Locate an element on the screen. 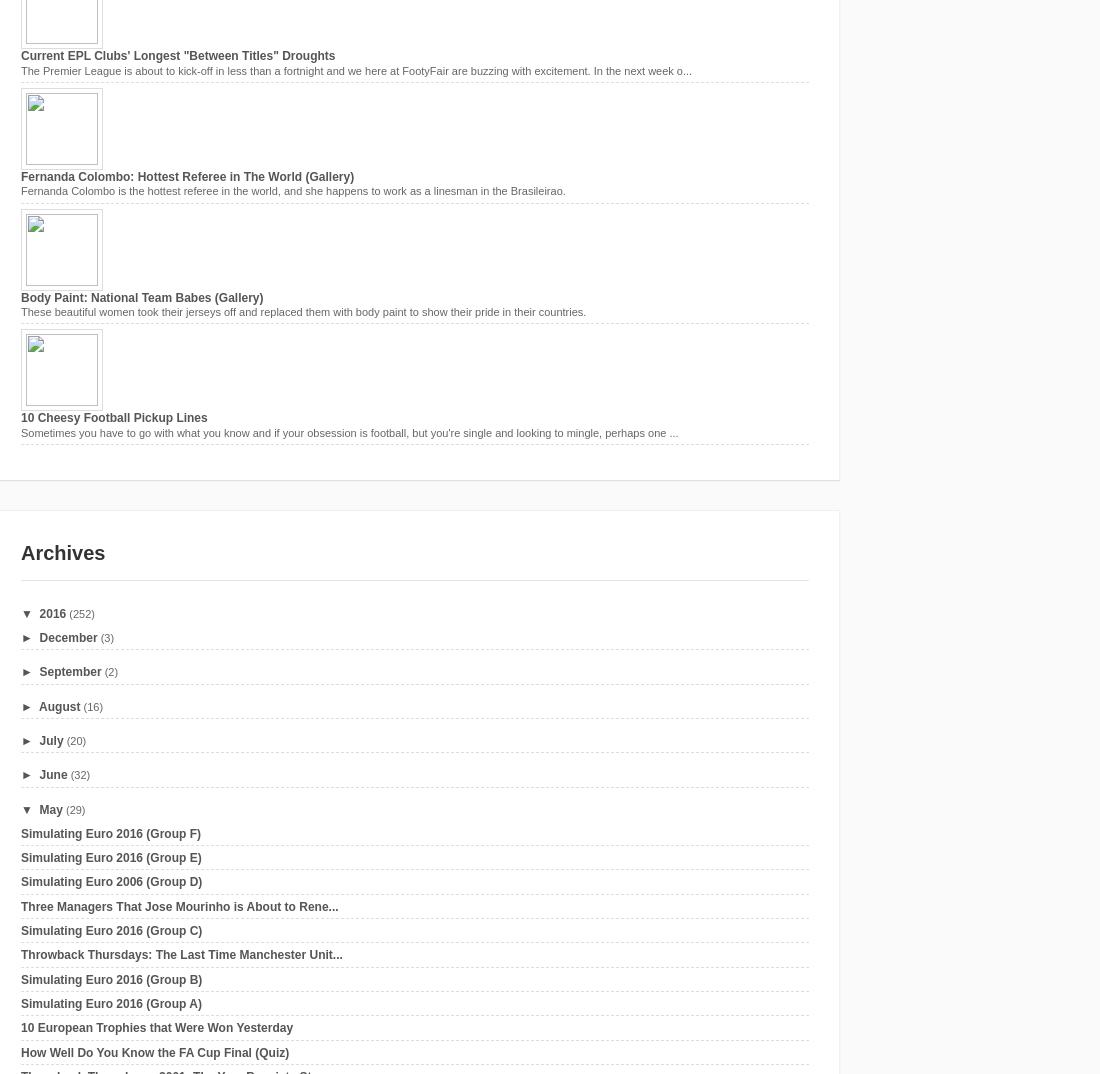 The image size is (1100, 1074). '(20)' is located at coordinates (76, 740).